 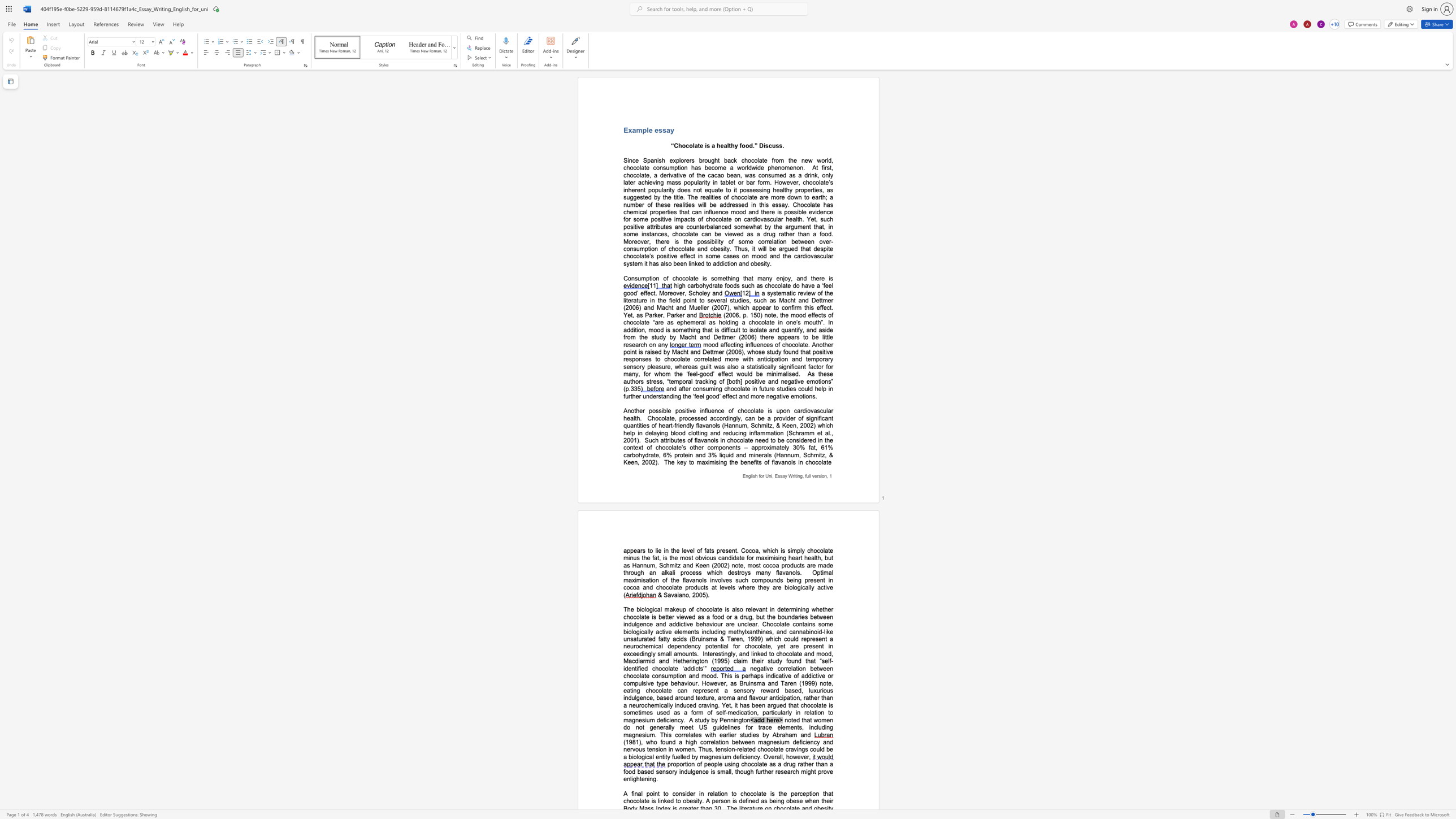 What do you see at coordinates (753, 720) in the screenshot?
I see `the space between the continuous character "<" and "a" in the text` at bounding box center [753, 720].